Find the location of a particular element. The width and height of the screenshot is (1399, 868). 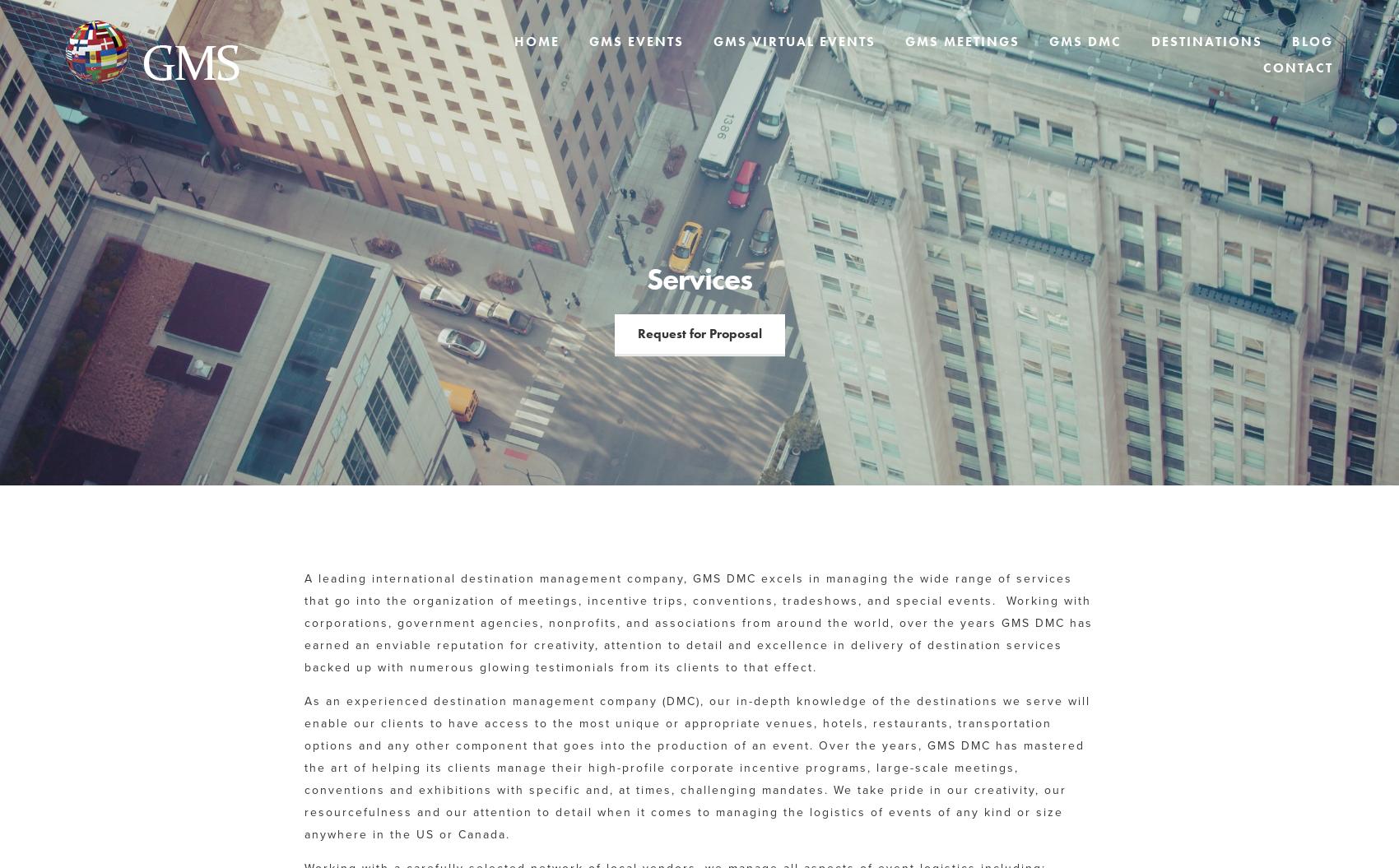

'Destinations' is located at coordinates (1150, 41).